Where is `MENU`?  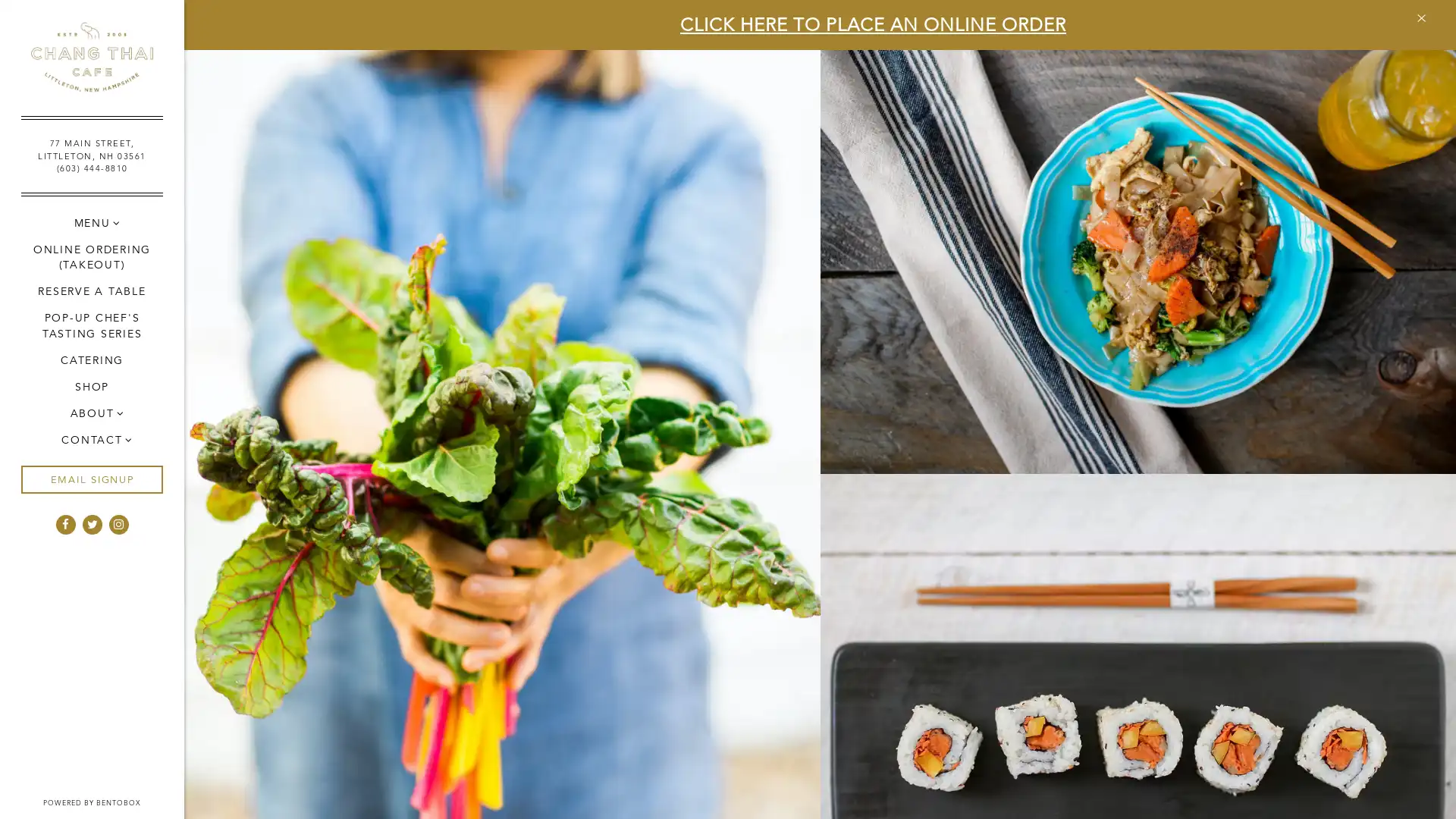 MENU is located at coordinates (90, 222).